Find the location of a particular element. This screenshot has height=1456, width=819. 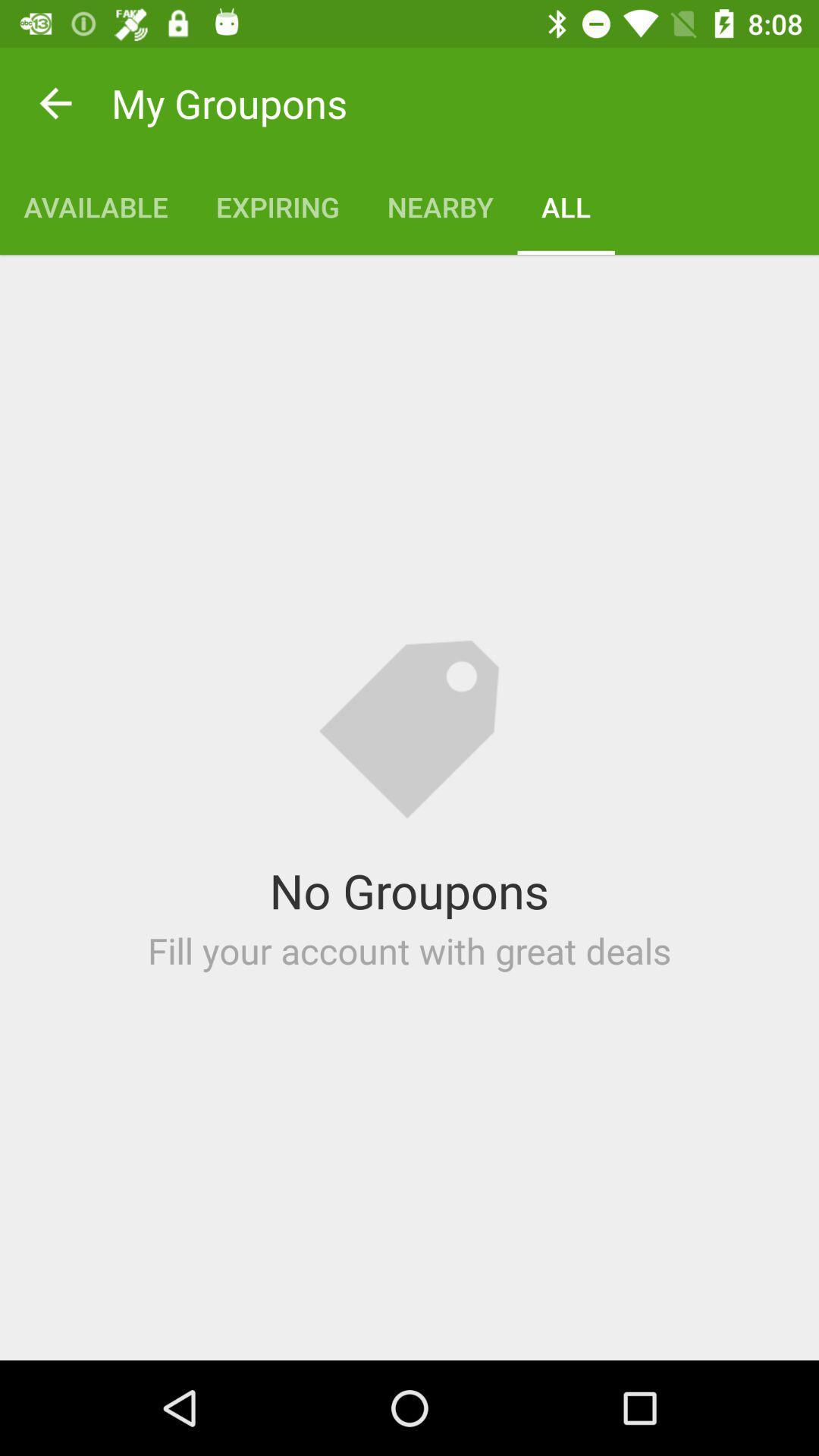

the icon below my groupons item is located at coordinates (96, 206).